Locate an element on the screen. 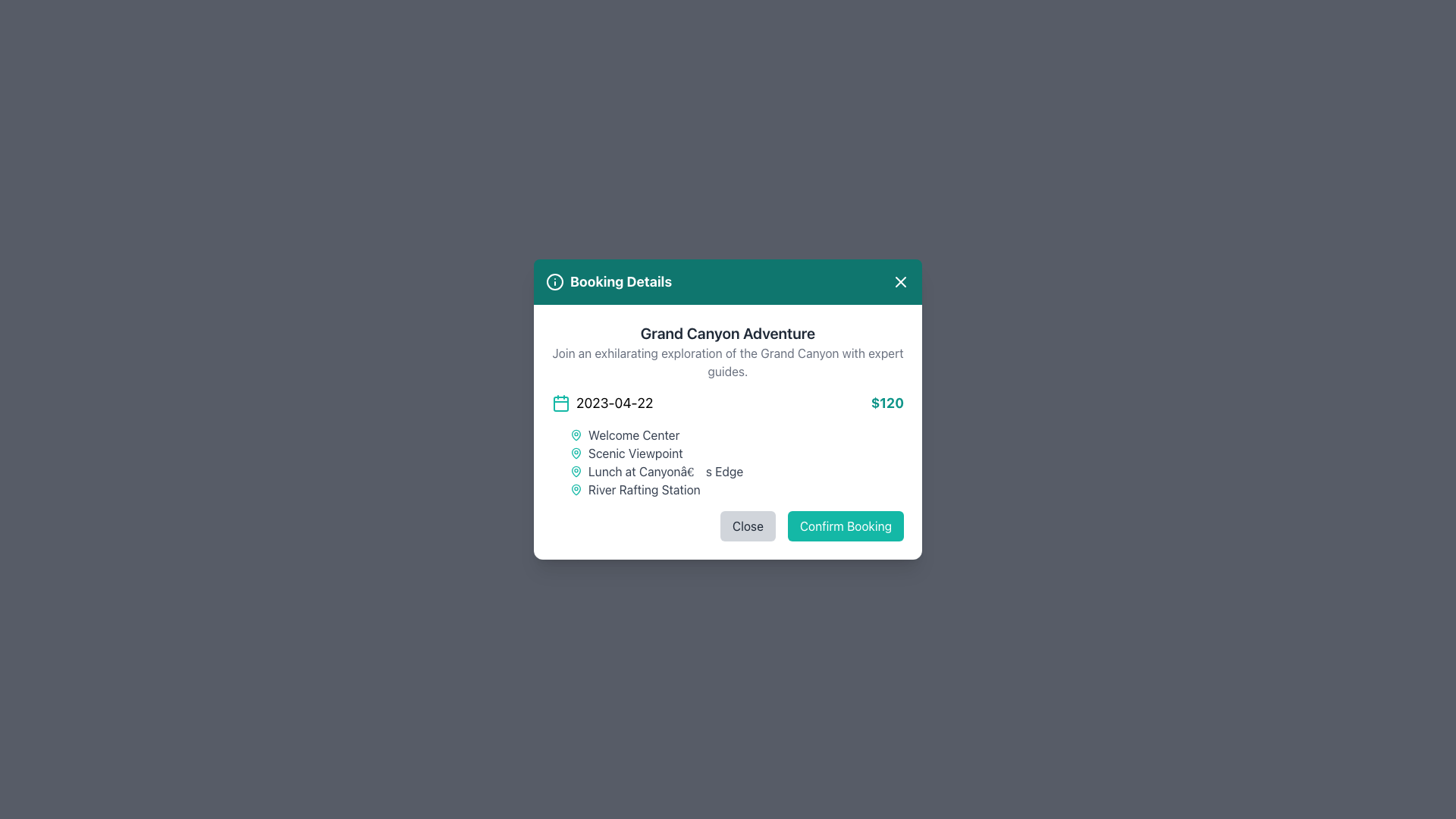 The height and width of the screenshot is (819, 1456). the teal pin icon resembling an upside-down teardrop next to the text 'Scenic Viewpoint' is located at coordinates (575, 435).